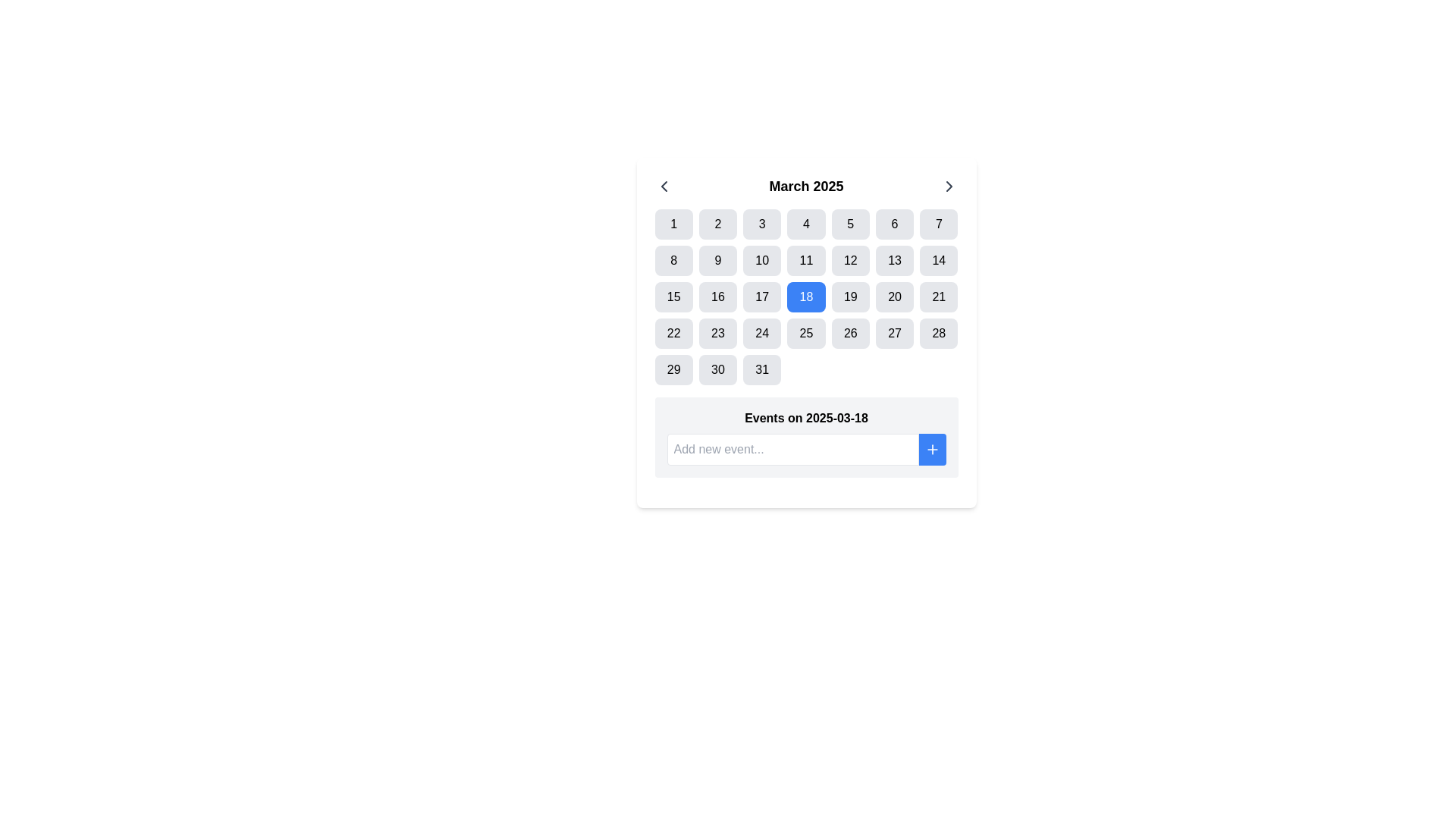 This screenshot has height=819, width=1456. Describe the element at coordinates (762, 259) in the screenshot. I see `the button displaying the number '10'` at that location.